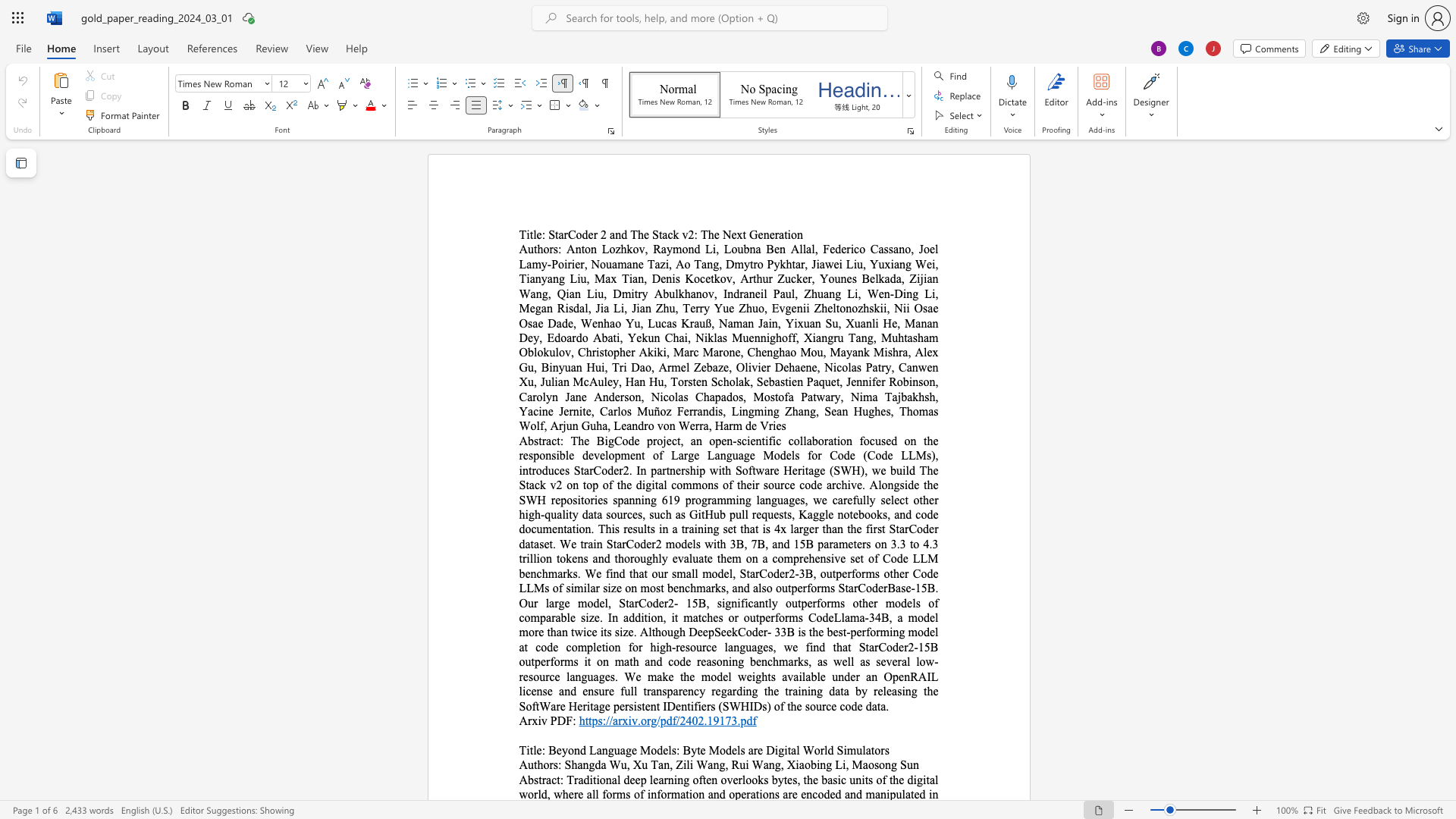 The width and height of the screenshot is (1456, 819). Describe the element at coordinates (865, 764) in the screenshot. I see `the 1th character "a" in the text` at that location.